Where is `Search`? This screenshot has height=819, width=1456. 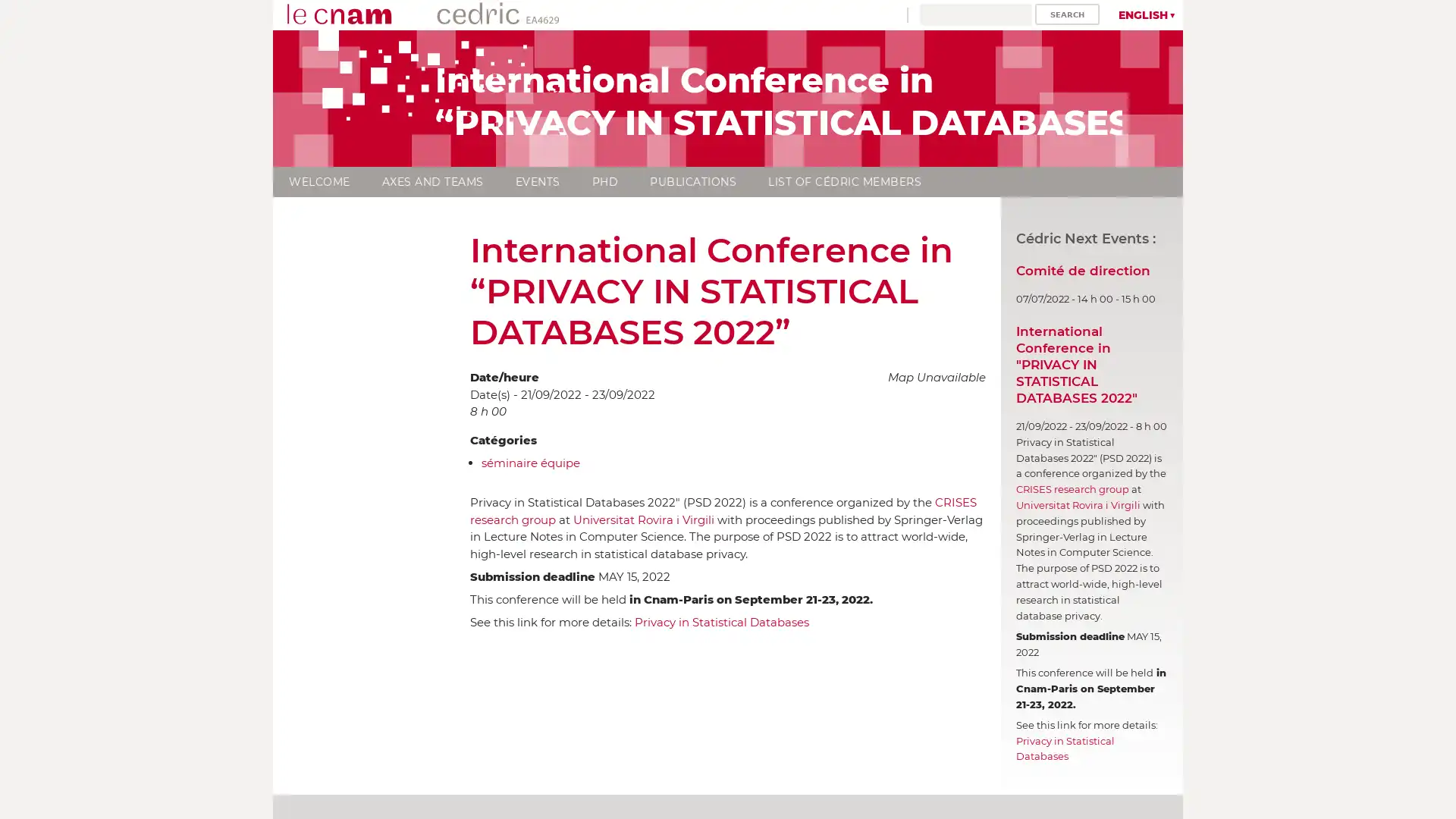 Search is located at coordinates (1066, 14).